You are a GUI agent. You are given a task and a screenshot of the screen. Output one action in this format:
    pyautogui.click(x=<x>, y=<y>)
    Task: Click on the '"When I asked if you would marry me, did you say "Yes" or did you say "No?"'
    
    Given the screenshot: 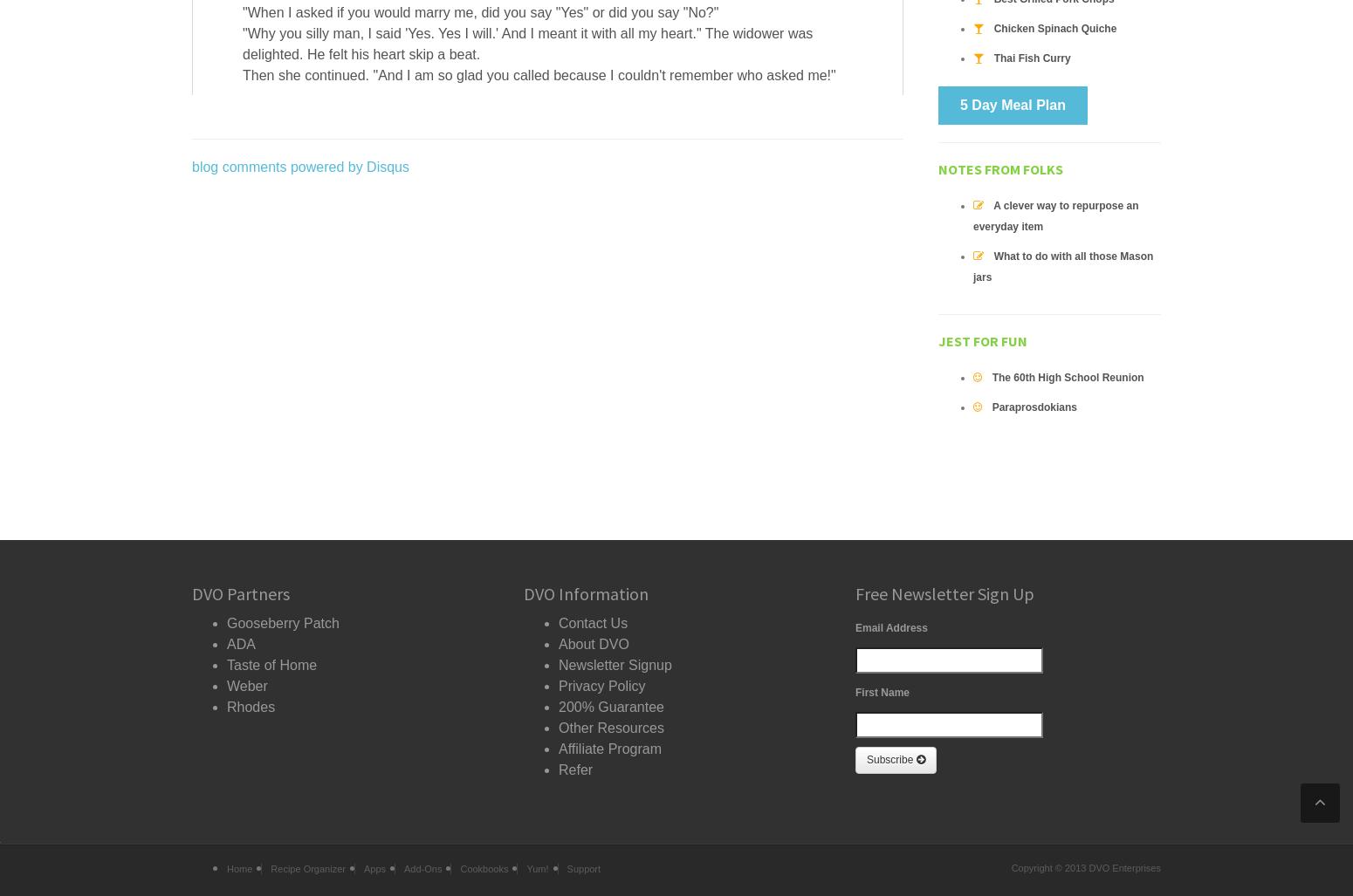 What is the action you would take?
    pyautogui.click(x=480, y=12)
    